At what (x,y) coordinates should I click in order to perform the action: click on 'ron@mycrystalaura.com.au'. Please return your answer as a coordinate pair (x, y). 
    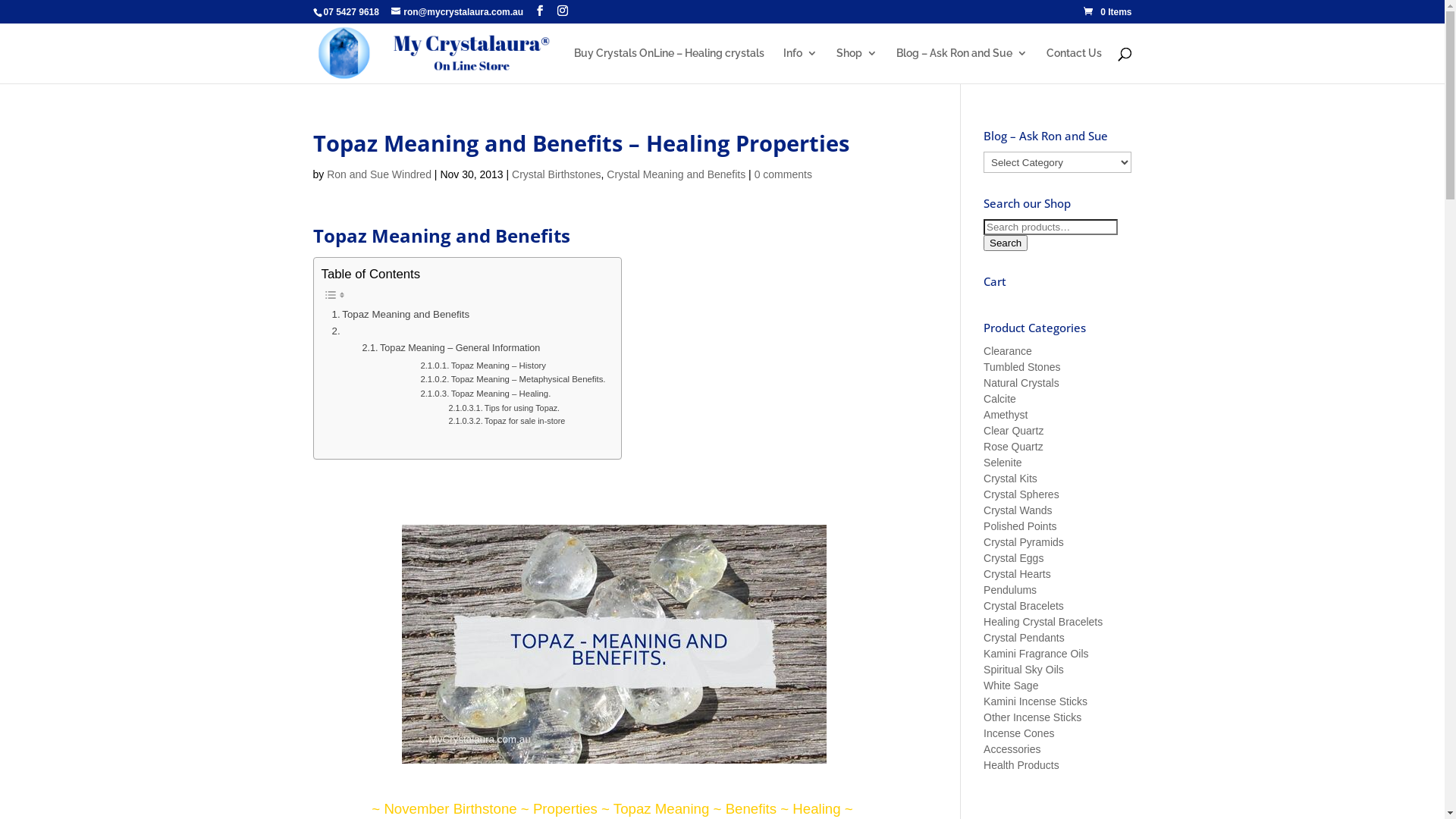
    Looking at the image, I should click on (457, 11).